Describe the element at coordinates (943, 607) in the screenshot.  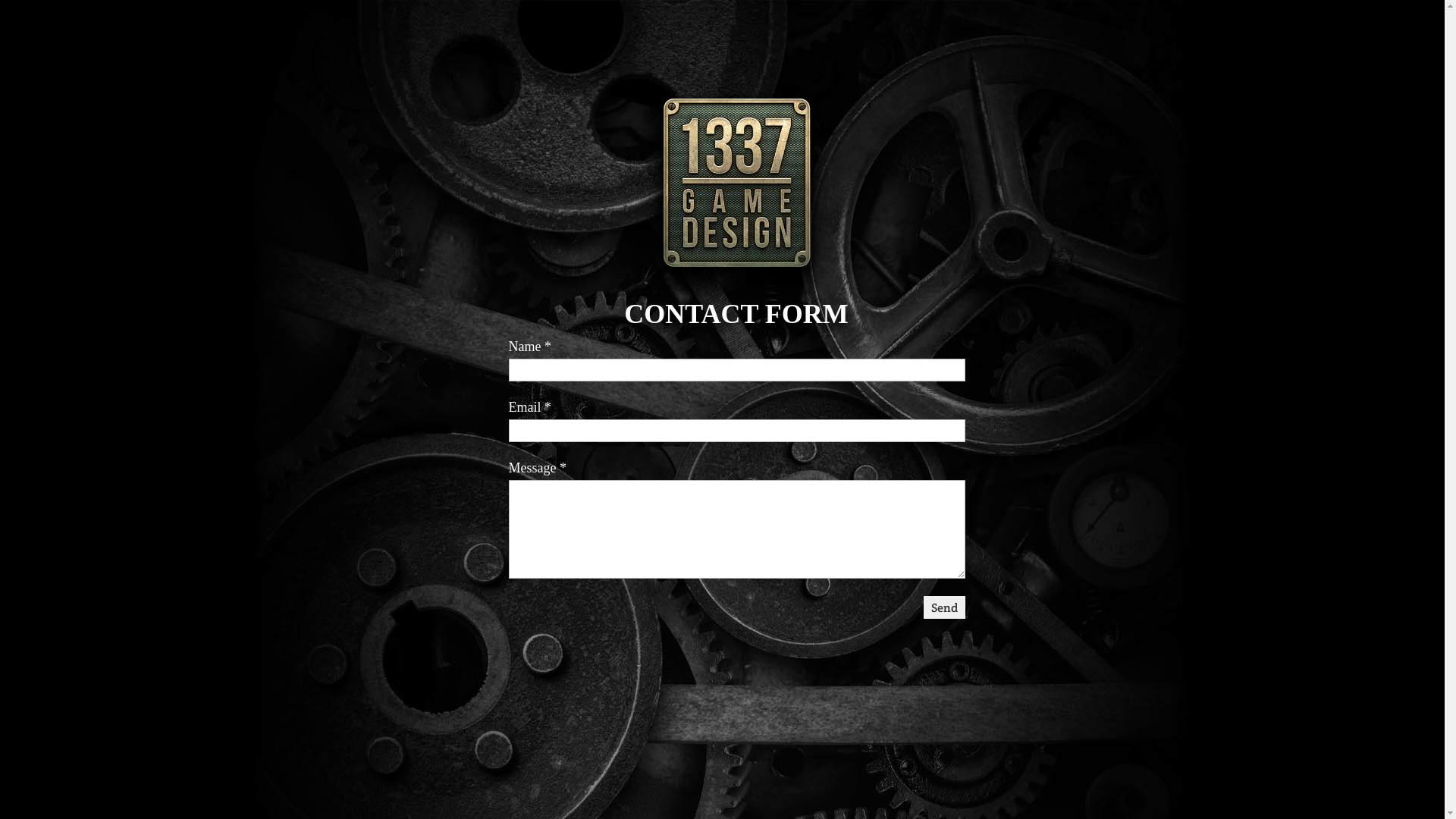
I see `'Send'` at that location.